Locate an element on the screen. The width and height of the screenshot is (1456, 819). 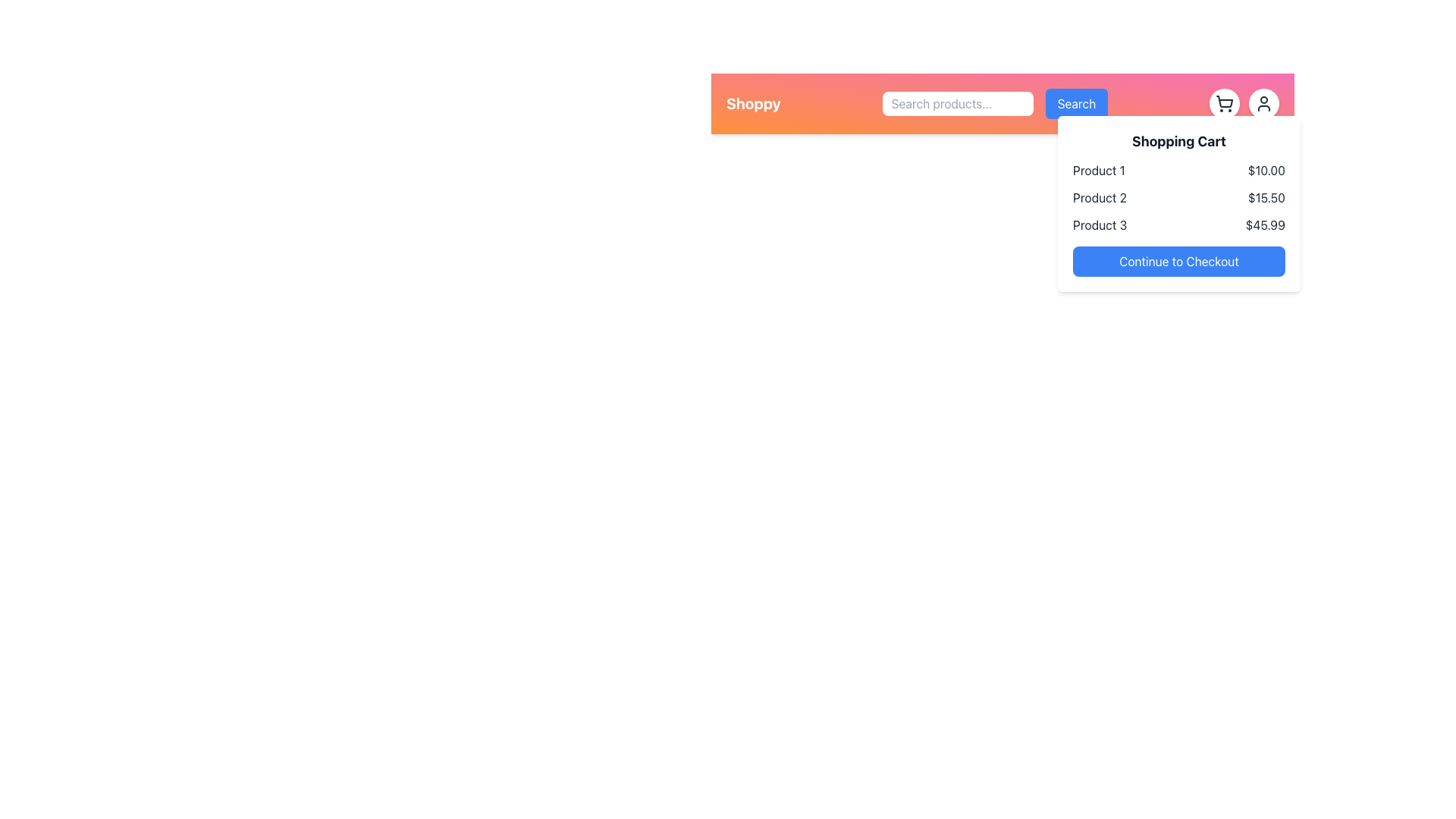
text of the first product name in the shopping cart dropdown interface, located on the left side of the product entry is located at coordinates (1099, 170).